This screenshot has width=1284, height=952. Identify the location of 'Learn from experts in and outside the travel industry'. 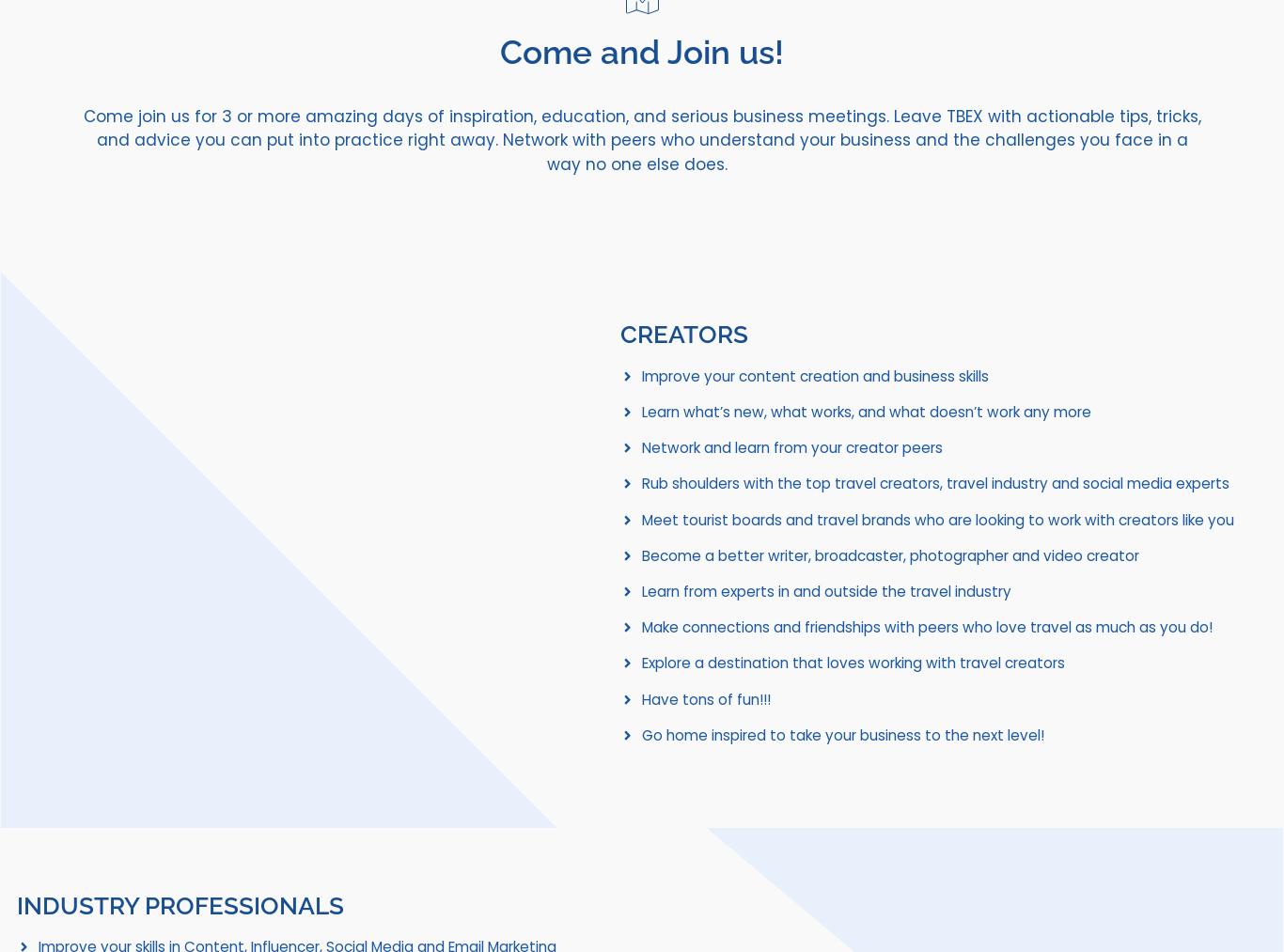
(825, 590).